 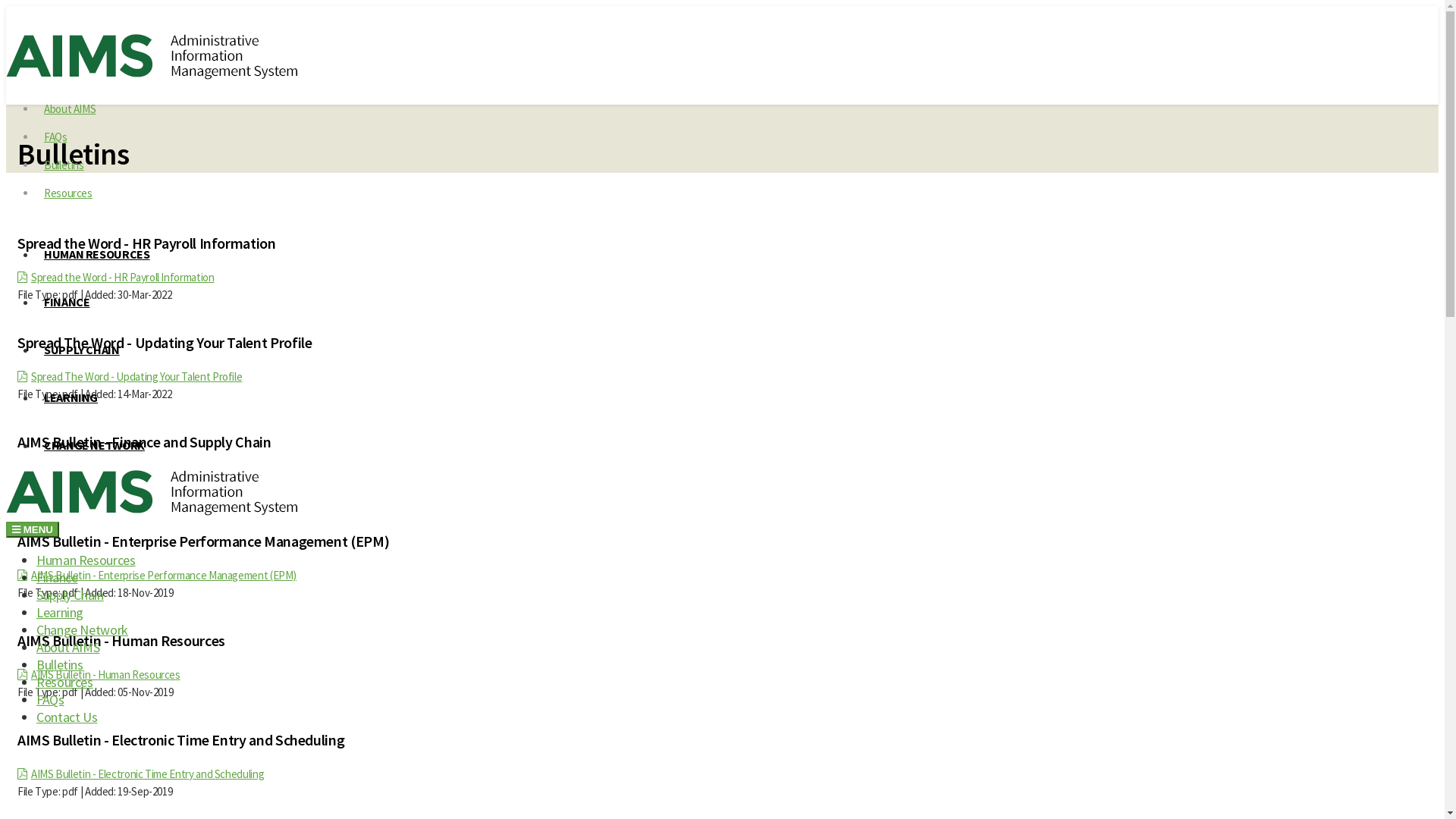 I want to click on 'FINANCE', so click(x=65, y=301).